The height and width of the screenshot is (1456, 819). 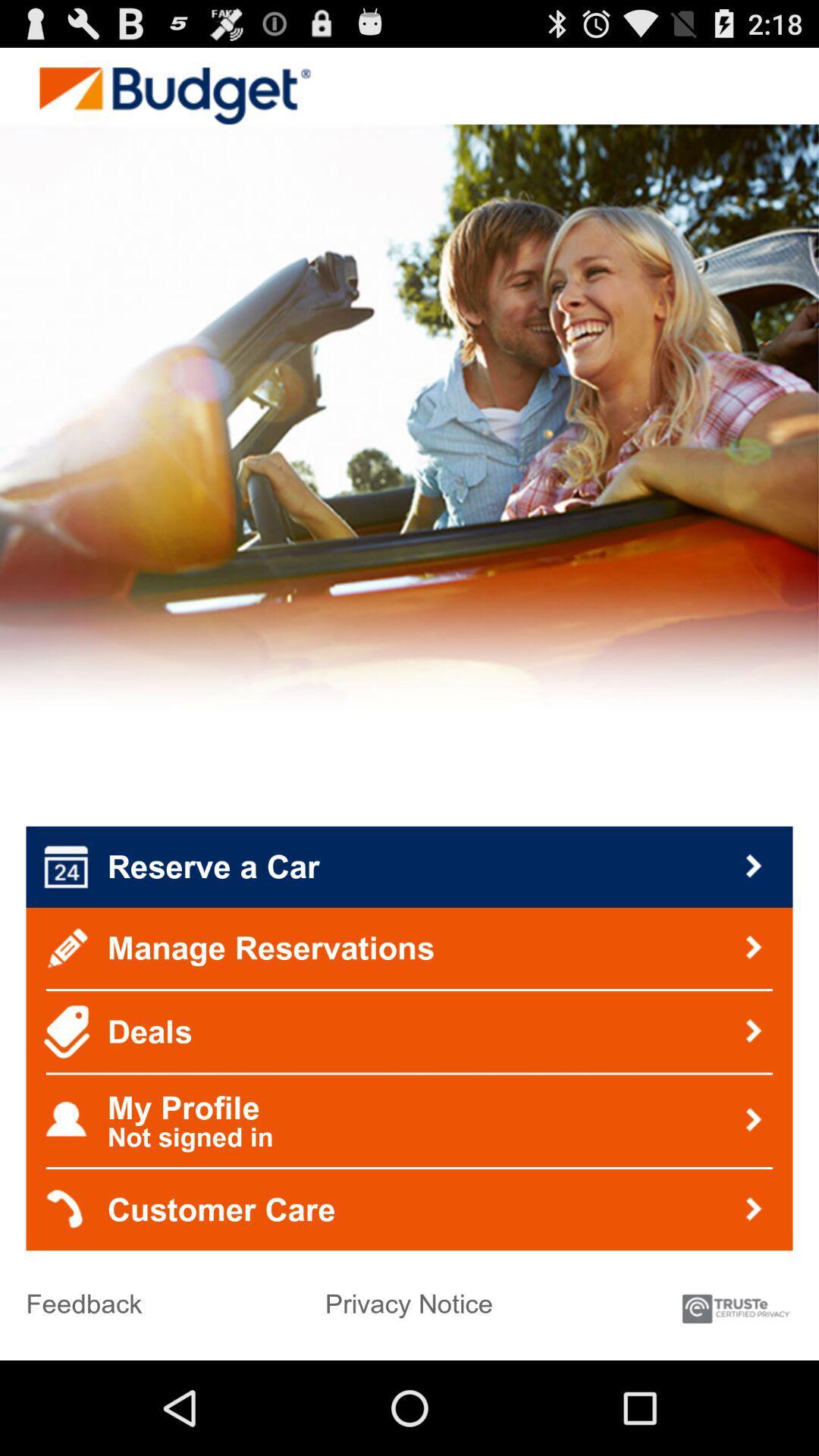 What do you see at coordinates (409, 1209) in the screenshot?
I see `customer care item` at bounding box center [409, 1209].